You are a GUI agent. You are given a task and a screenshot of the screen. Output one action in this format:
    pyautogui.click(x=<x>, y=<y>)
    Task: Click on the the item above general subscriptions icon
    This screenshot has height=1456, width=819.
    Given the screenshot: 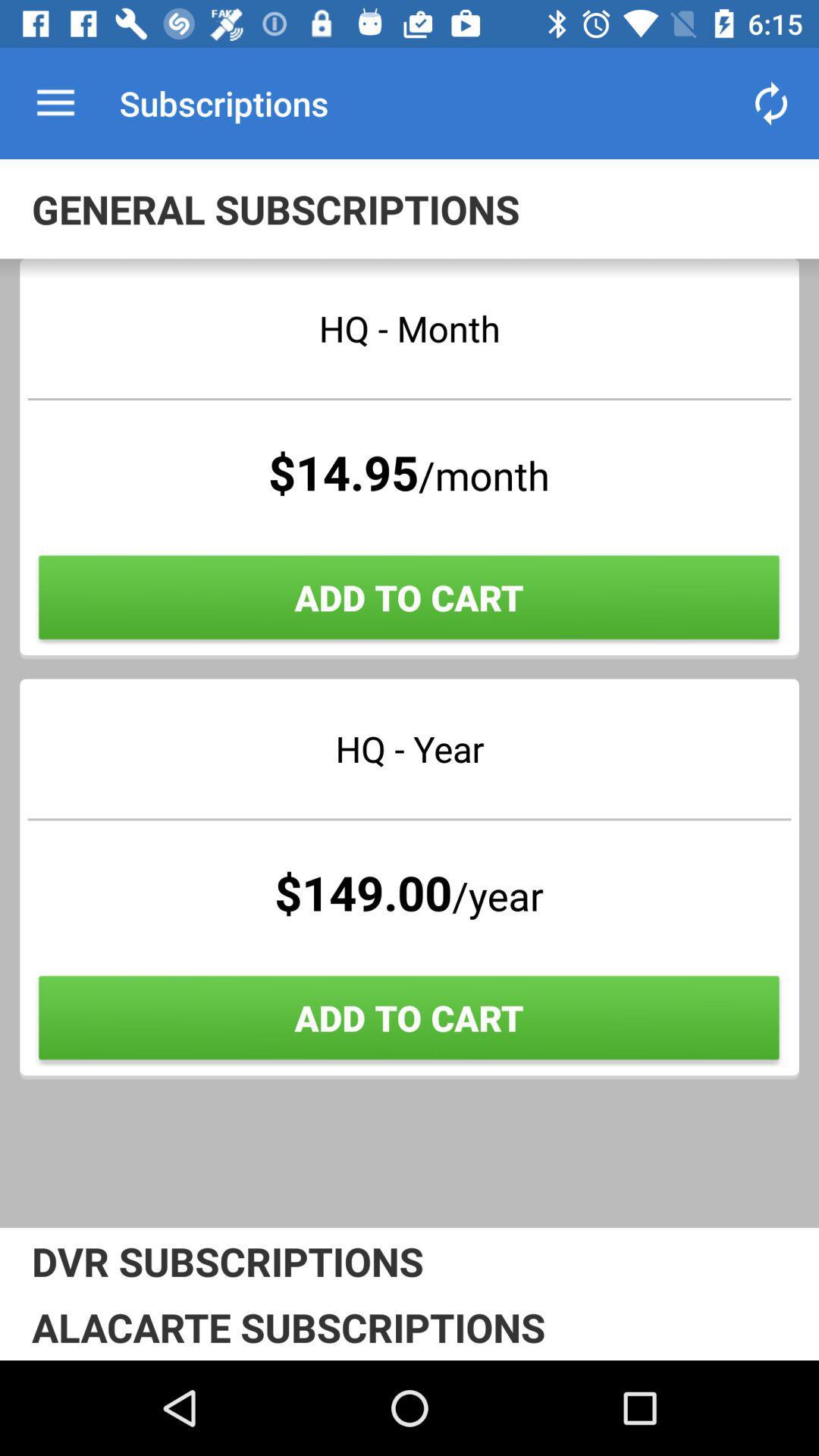 What is the action you would take?
    pyautogui.click(x=55, y=102)
    